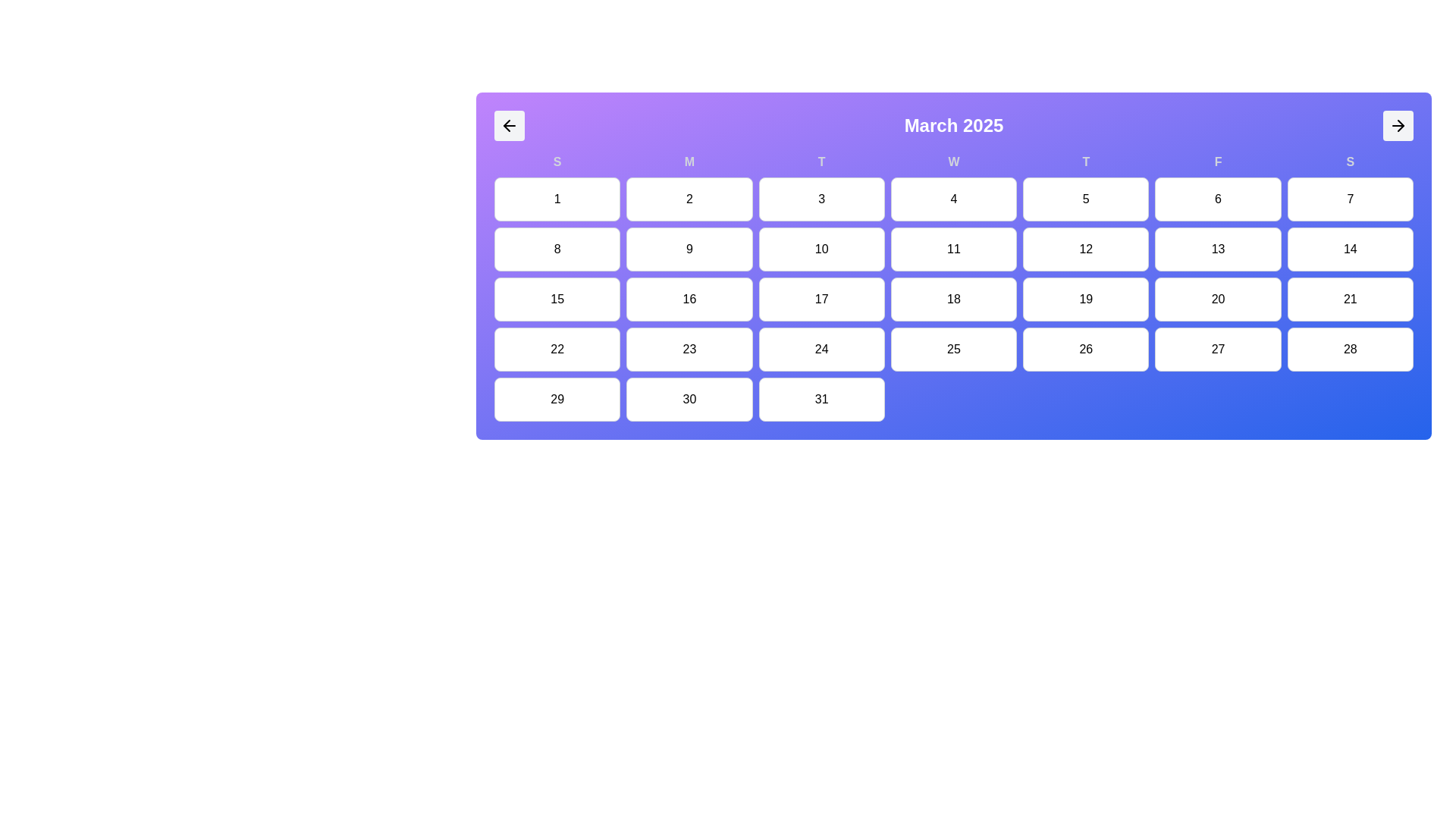 The height and width of the screenshot is (819, 1456). Describe the element at coordinates (952, 124) in the screenshot. I see `the 'March 2025' text label element, which is displayed in bold and large white font within a horizontal navigation strip on a gradient purple-to-blue background` at that location.